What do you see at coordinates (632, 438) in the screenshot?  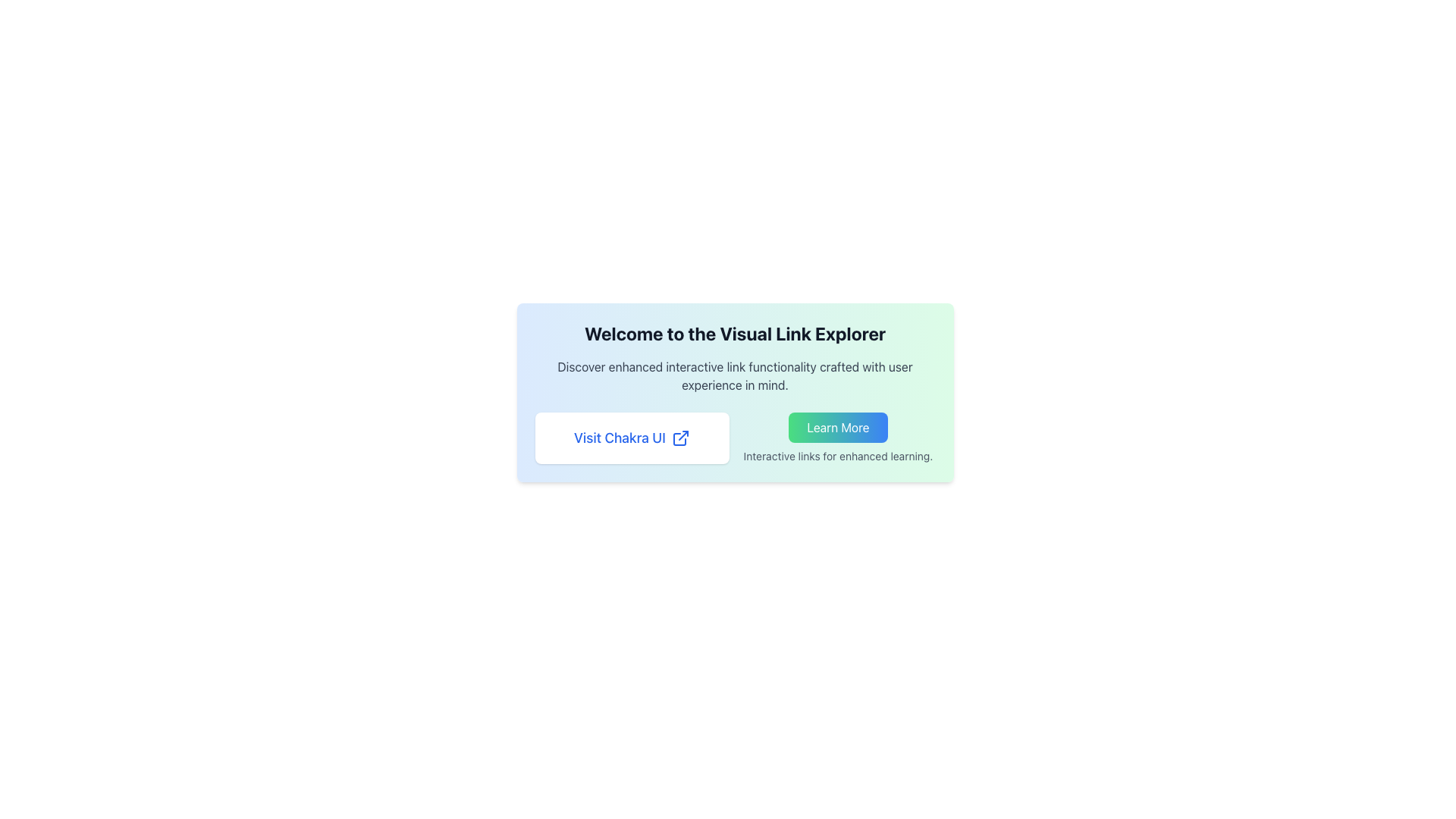 I see `the hyperlink labeled 'Visit Chakra UI' which is styled with rounded corners and contains an external link icon, to observe the hover effects` at bounding box center [632, 438].